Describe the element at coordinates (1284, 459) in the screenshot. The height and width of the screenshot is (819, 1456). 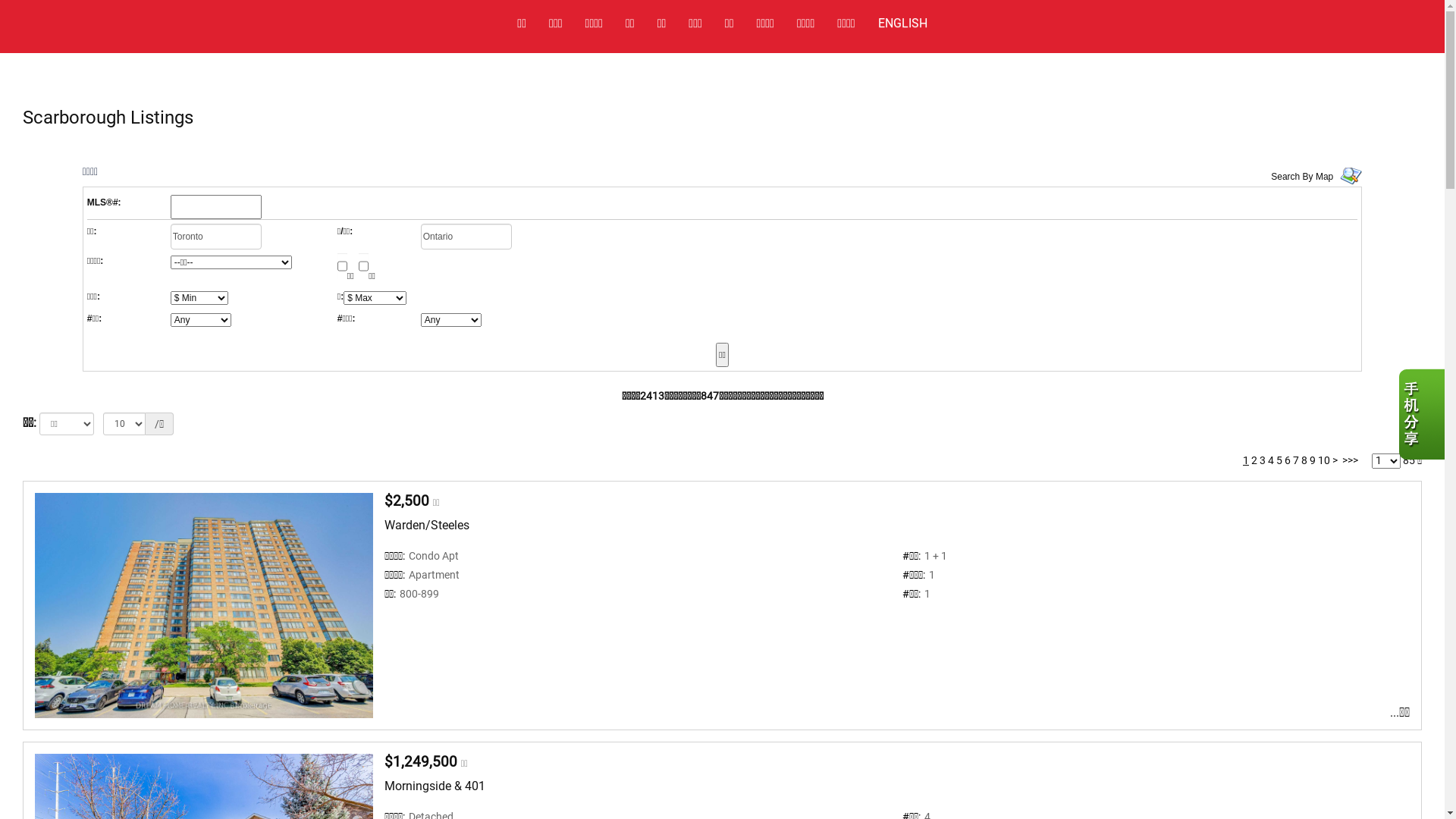
I see `'6'` at that location.